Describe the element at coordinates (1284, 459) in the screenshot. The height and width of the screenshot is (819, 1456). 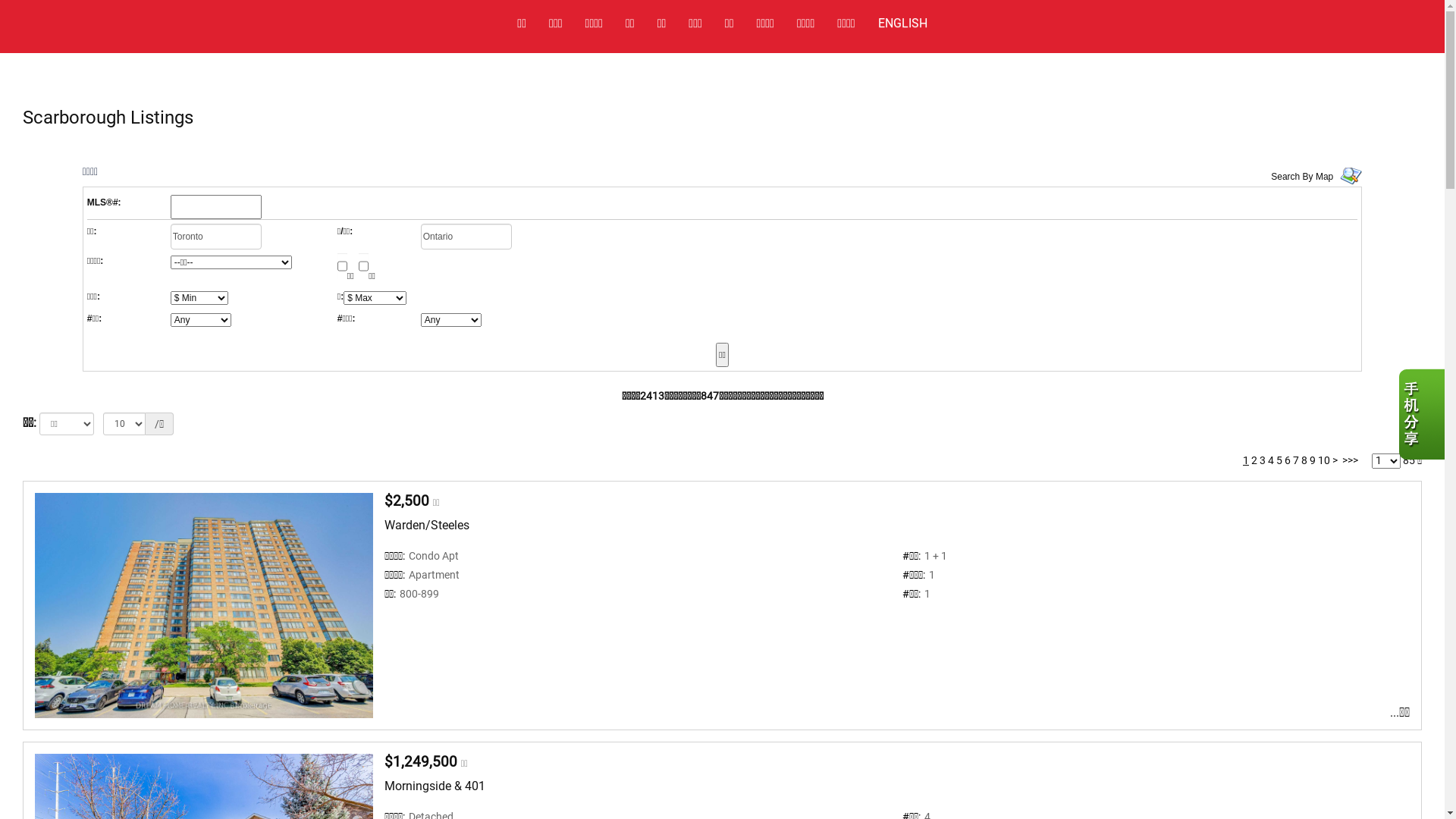
I see `'6'` at that location.